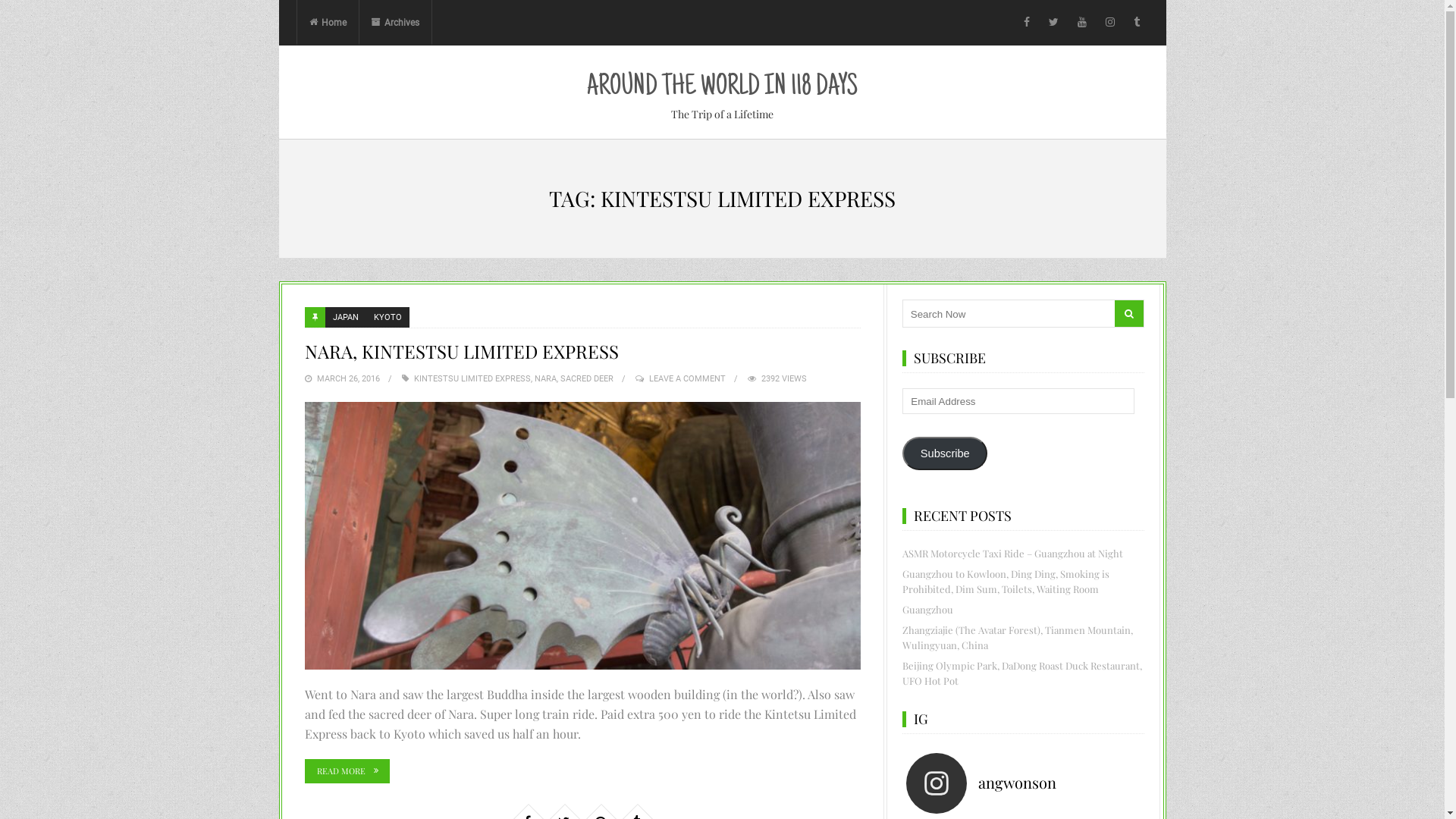  I want to click on 'Guangzhou', so click(927, 608).